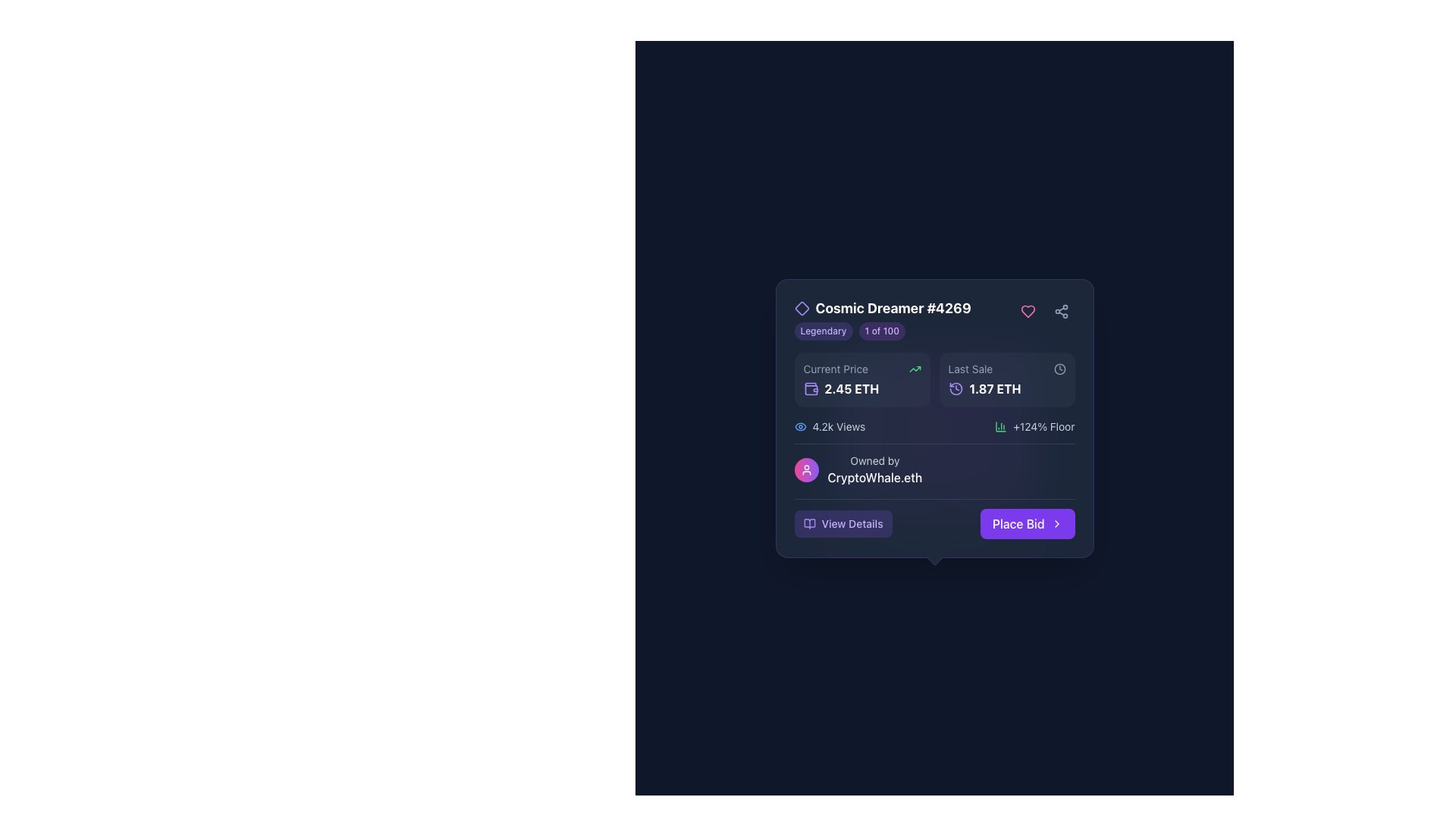 This screenshot has width=1456, height=819. What do you see at coordinates (805, 469) in the screenshot?
I see `the small circular icon with a gradient from pink to violet and a white user silhouette in the center, located to the left of the text 'Owned by CryptoWhale.eth'` at bounding box center [805, 469].